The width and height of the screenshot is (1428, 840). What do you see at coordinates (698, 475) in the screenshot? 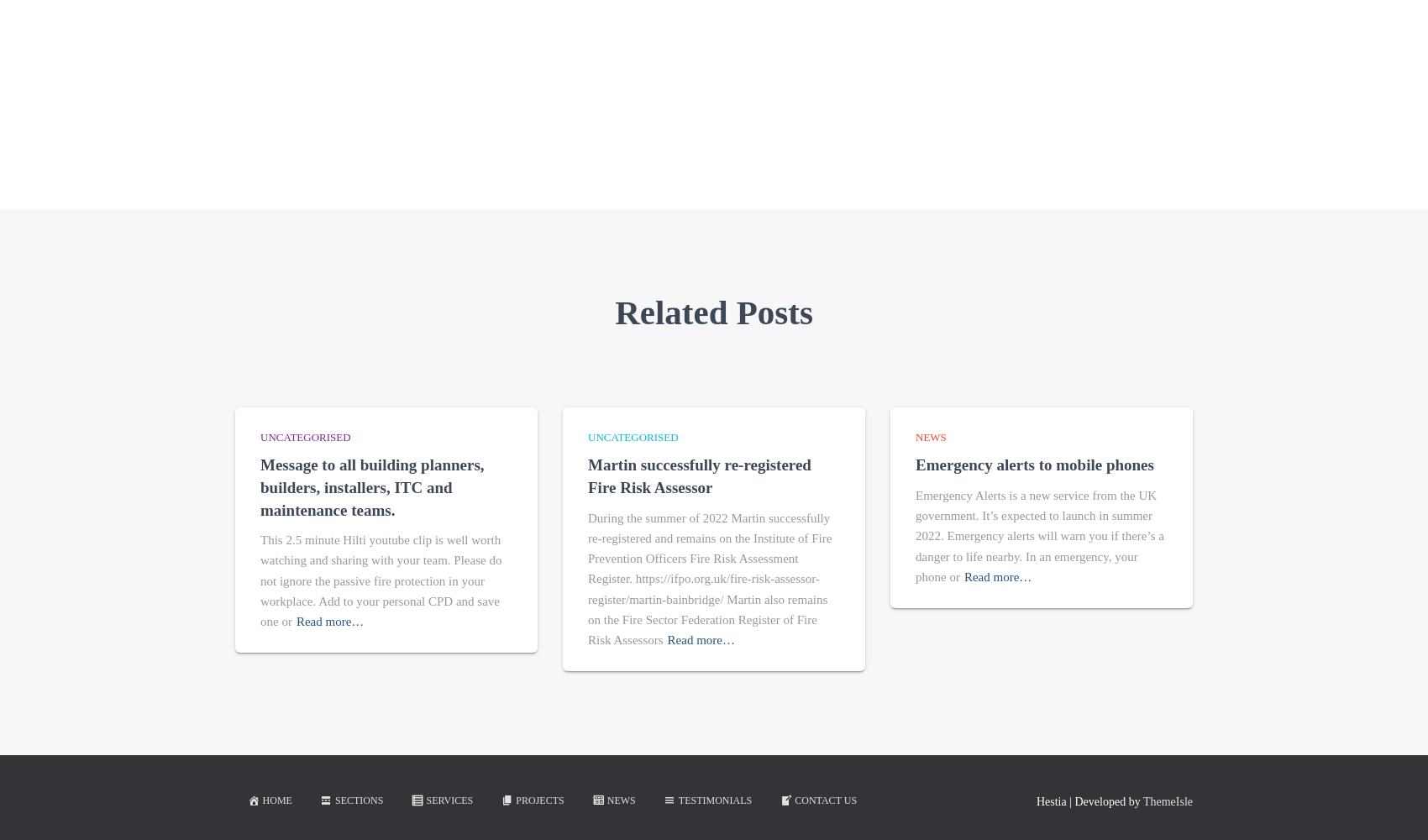
I see `'Martin successfully re-registered Fire Risk Assessor'` at bounding box center [698, 475].